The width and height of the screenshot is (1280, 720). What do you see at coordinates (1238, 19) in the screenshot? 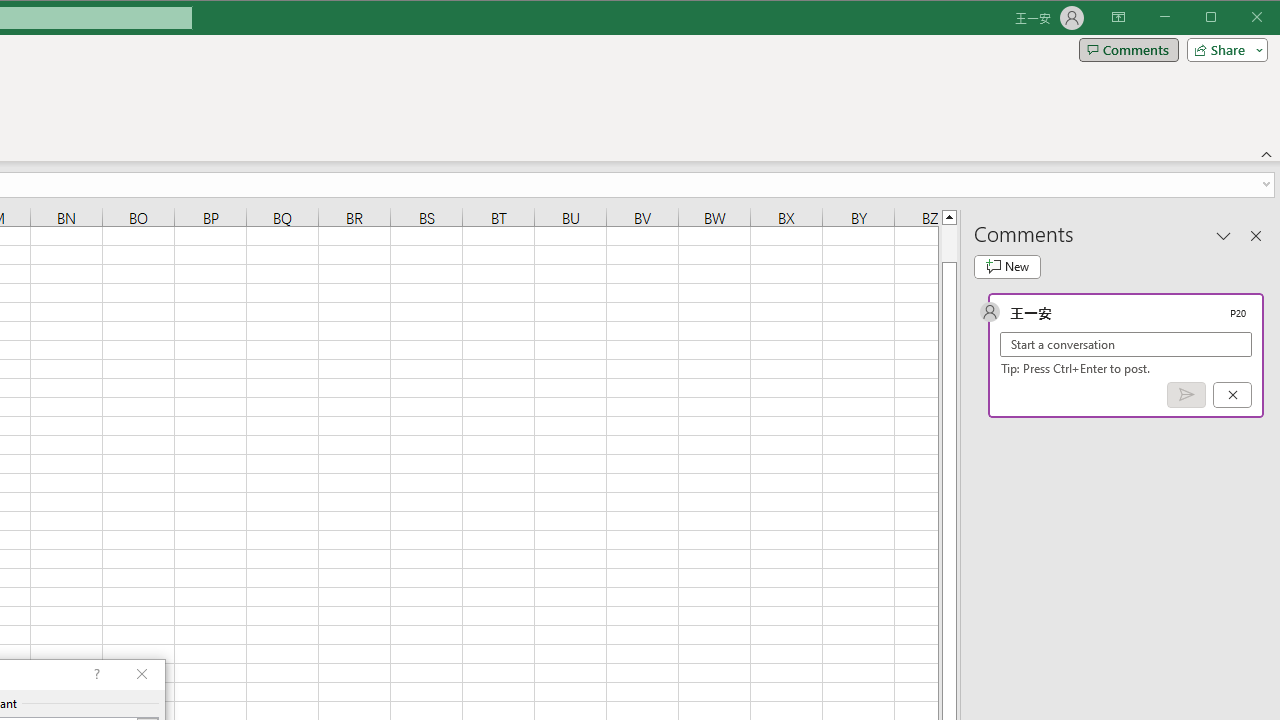
I see `'Maximize'` at bounding box center [1238, 19].